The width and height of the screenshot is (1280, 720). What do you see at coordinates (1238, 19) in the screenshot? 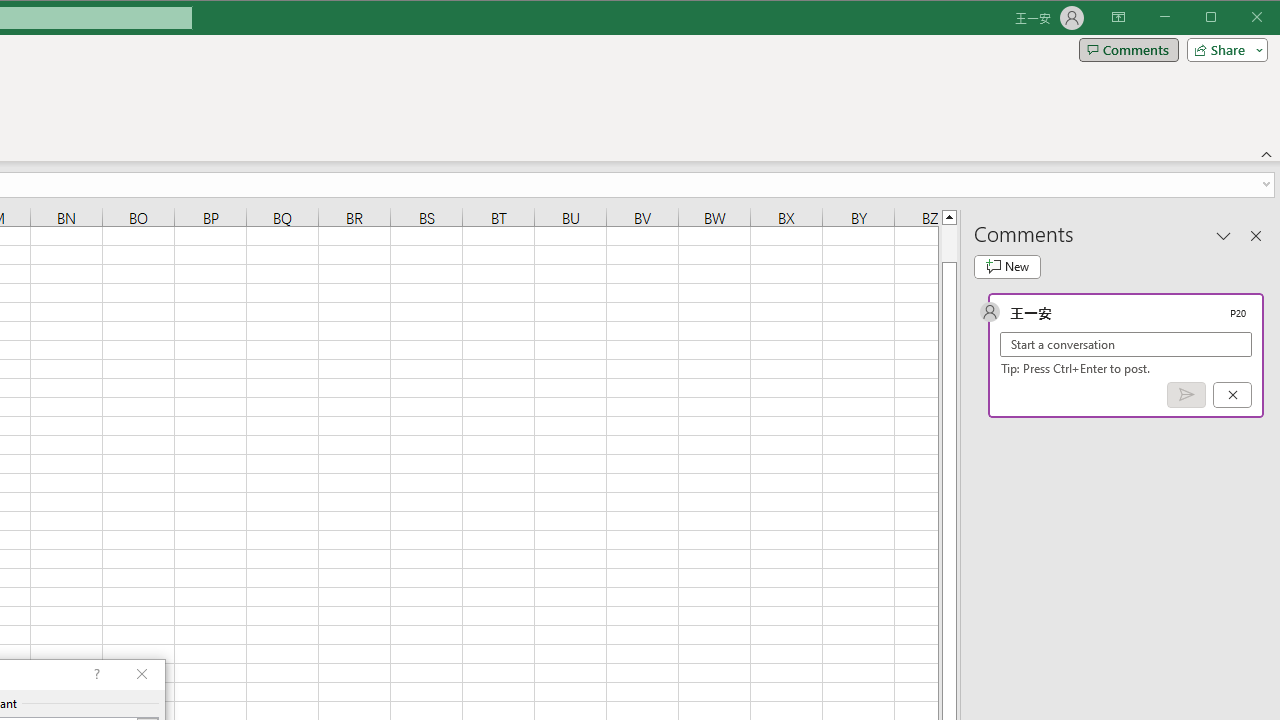
I see `'Maximize'` at bounding box center [1238, 19].